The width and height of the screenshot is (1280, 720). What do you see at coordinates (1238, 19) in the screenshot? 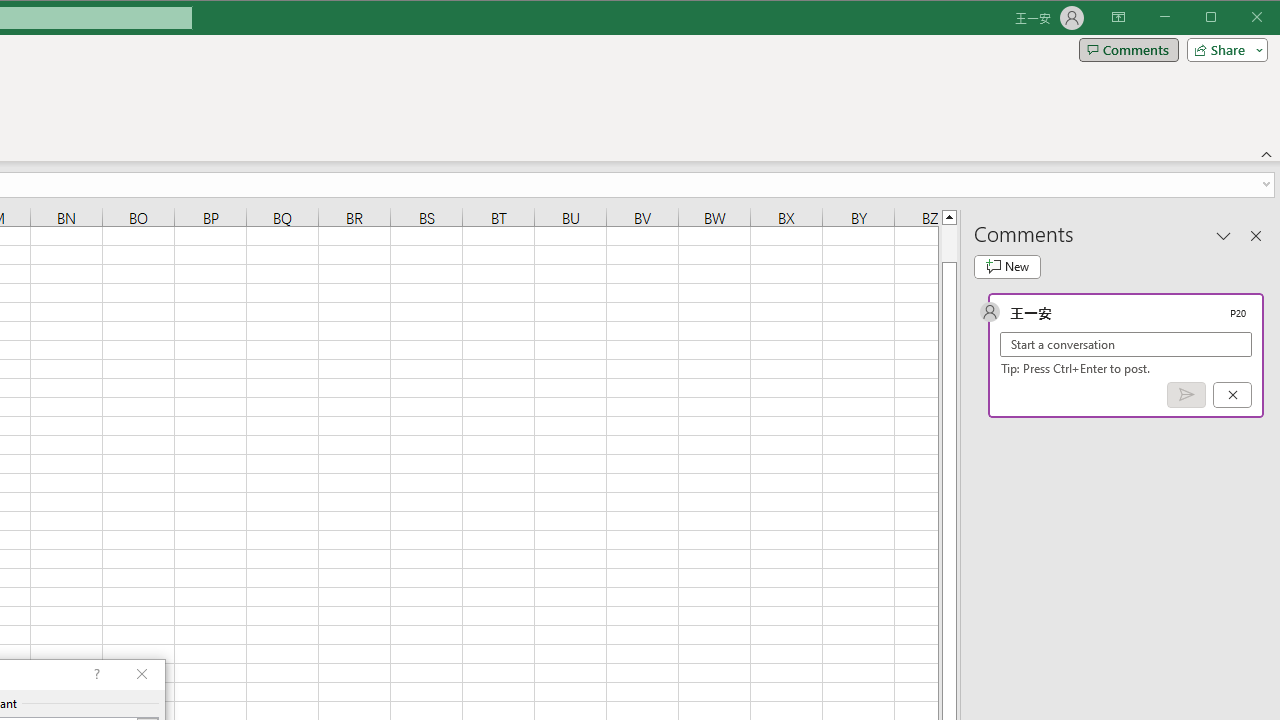
I see `'Maximize'` at bounding box center [1238, 19].